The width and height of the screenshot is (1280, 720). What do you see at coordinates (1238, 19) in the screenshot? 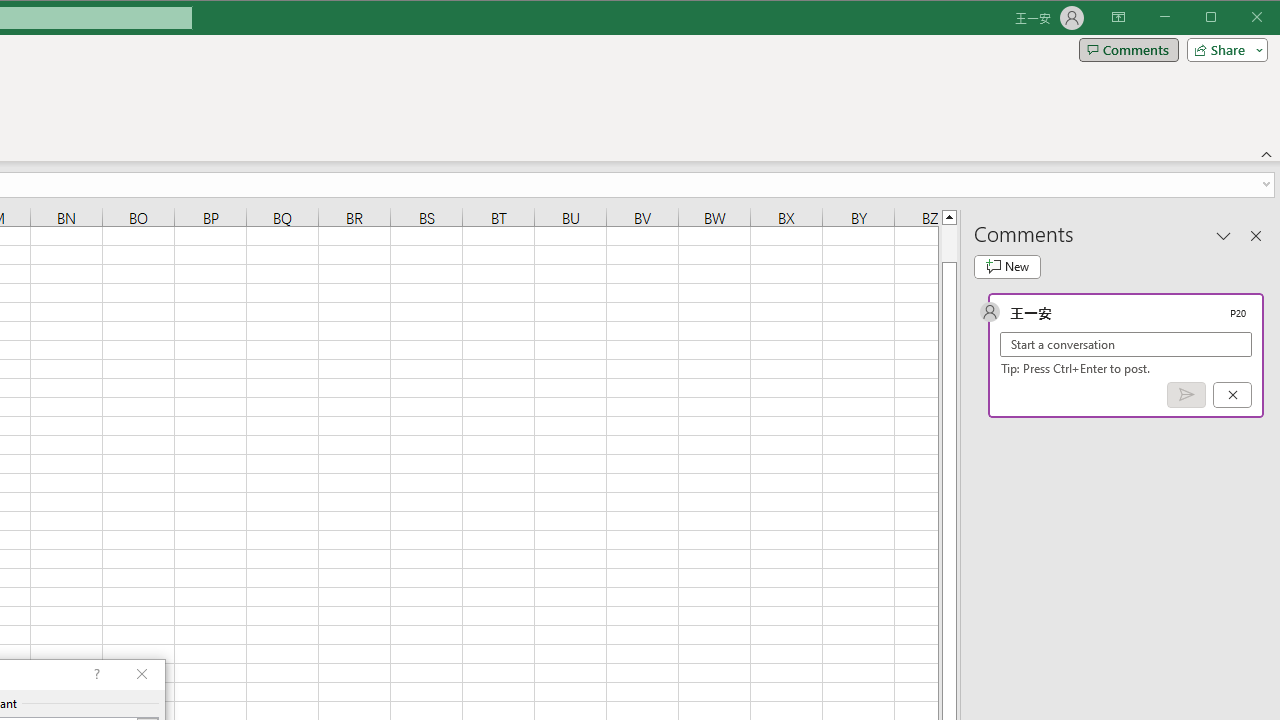
I see `'Maximize'` at bounding box center [1238, 19].